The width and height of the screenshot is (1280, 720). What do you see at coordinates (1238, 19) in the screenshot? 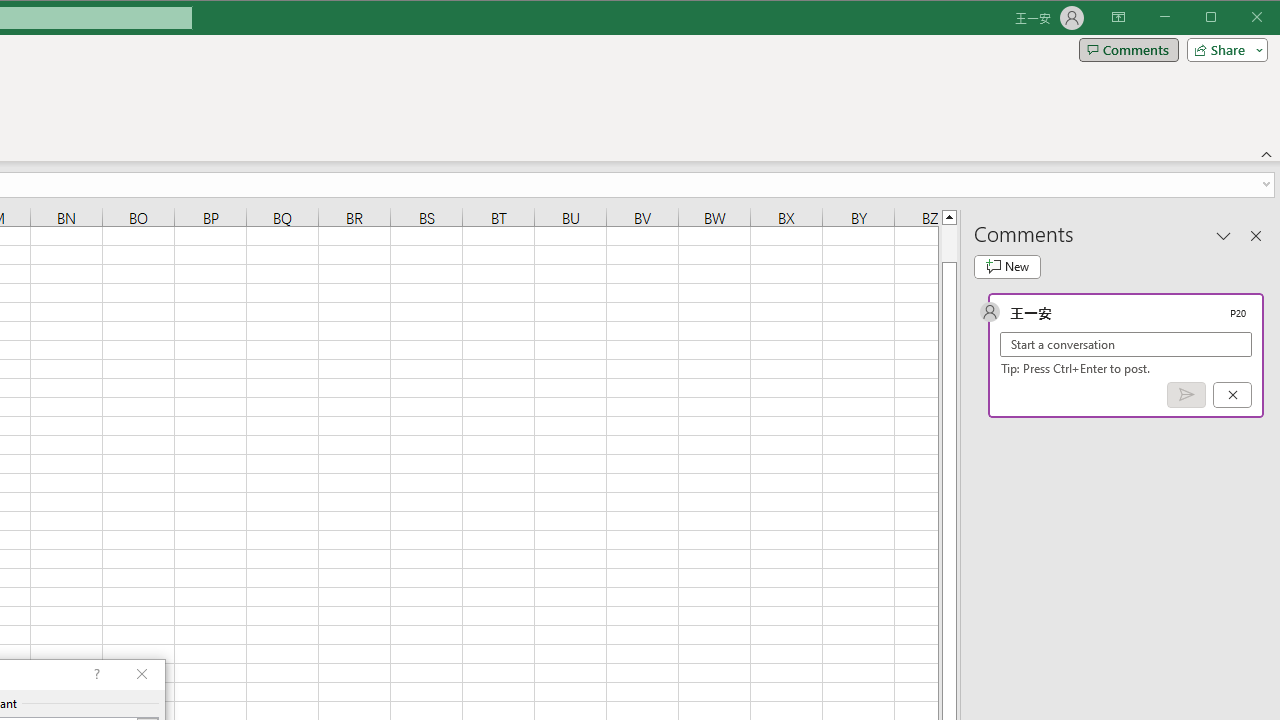
I see `'Maximize'` at bounding box center [1238, 19].